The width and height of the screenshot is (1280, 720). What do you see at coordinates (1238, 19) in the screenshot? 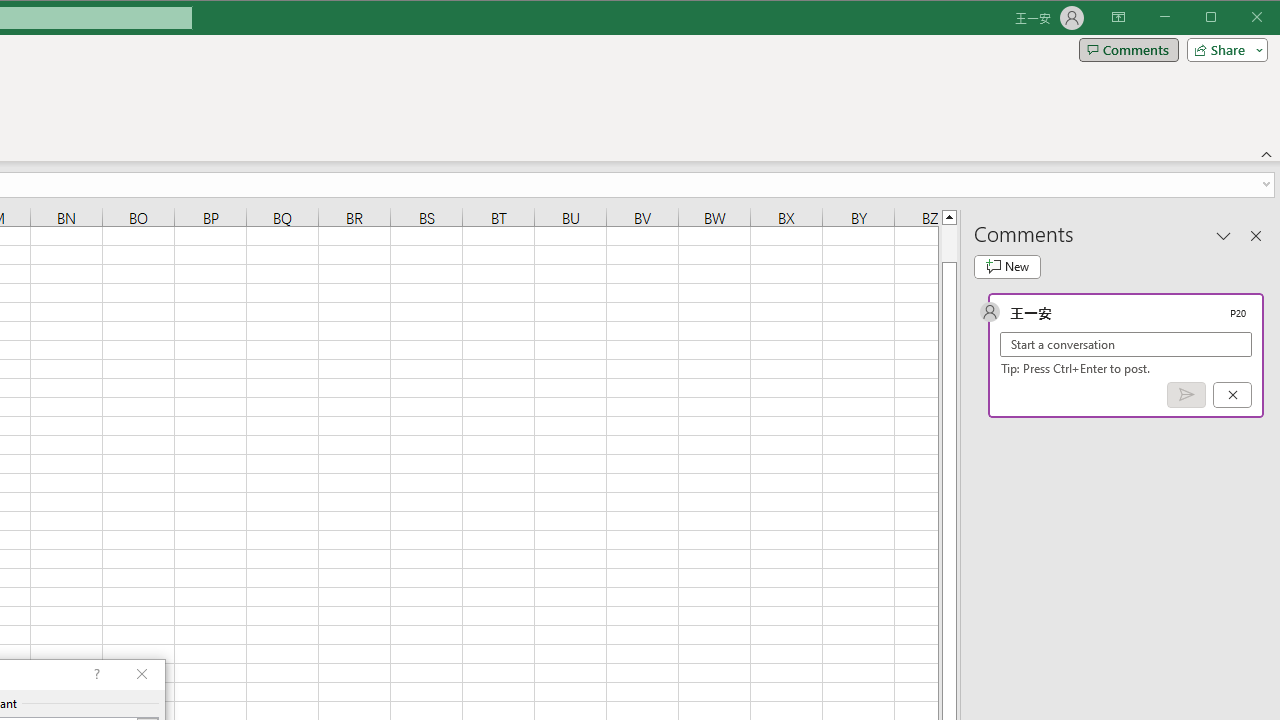
I see `'Maximize'` at bounding box center [1238, 19].